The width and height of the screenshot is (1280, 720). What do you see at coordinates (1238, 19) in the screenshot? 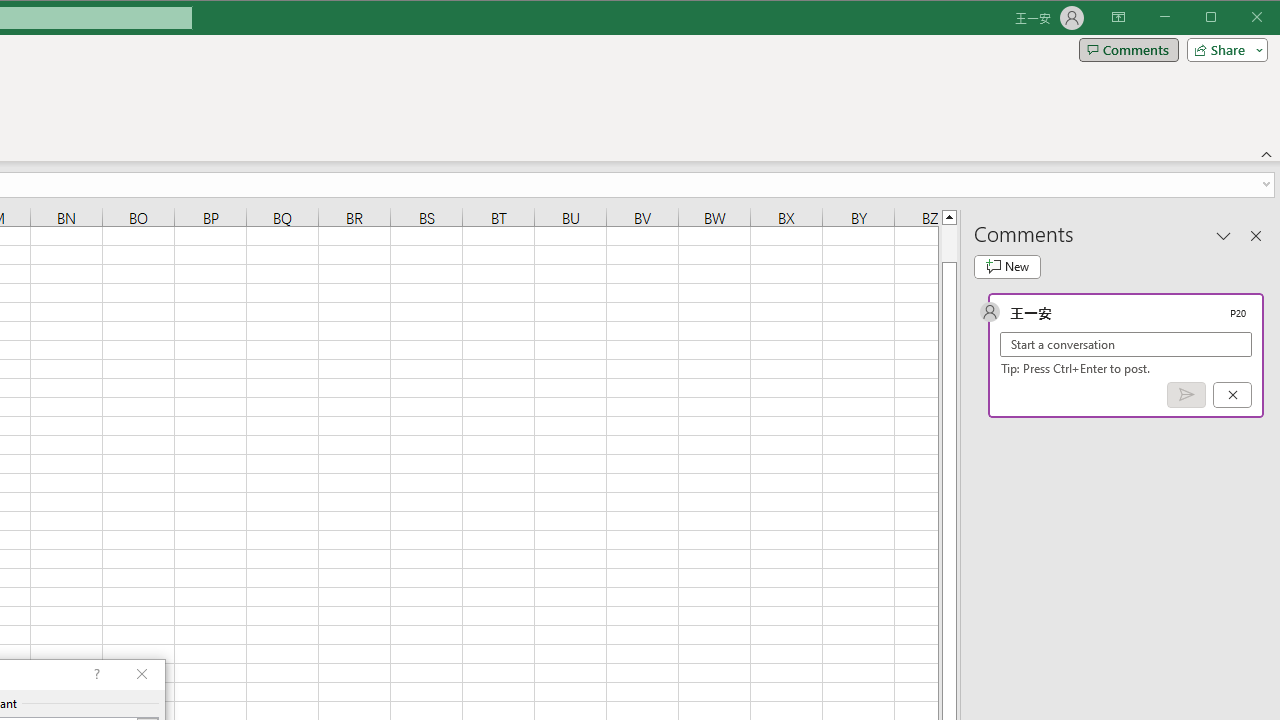
I see `'Maximize'` at bounding box center [1238, 19].